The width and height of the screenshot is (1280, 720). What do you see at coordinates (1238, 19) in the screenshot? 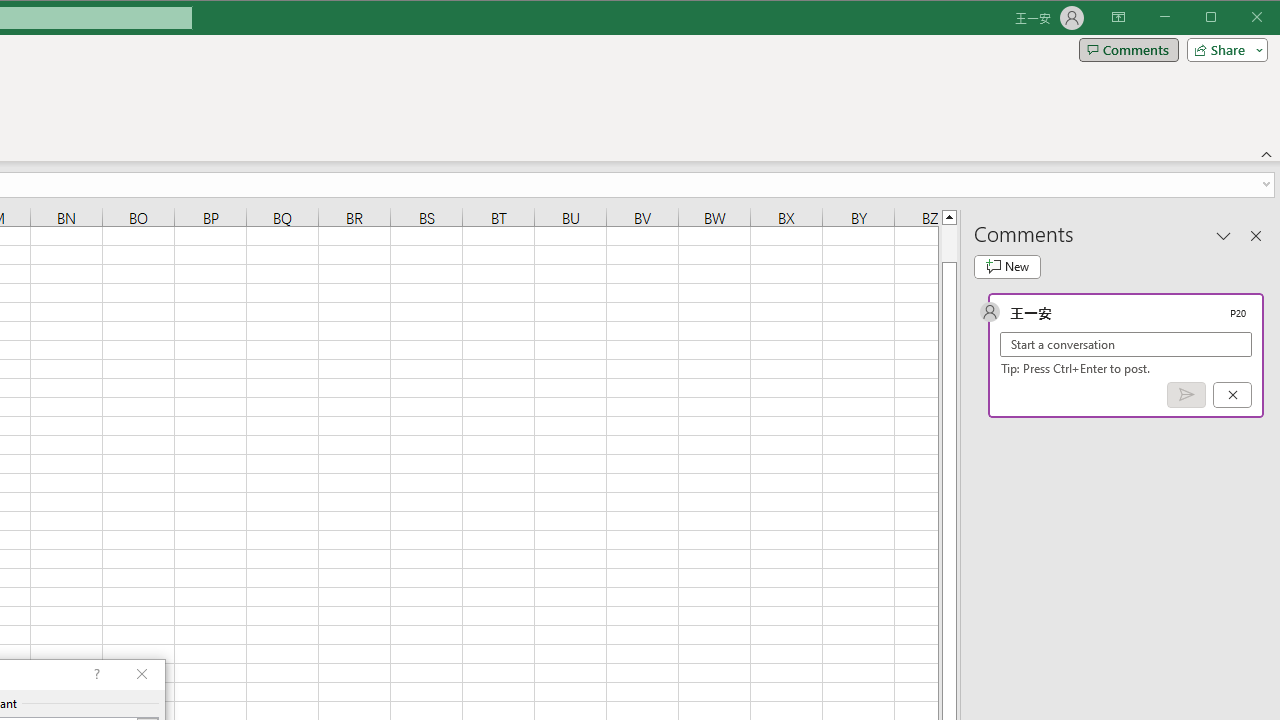
I see `'Maximize'` at bounding box center [1238, 19].